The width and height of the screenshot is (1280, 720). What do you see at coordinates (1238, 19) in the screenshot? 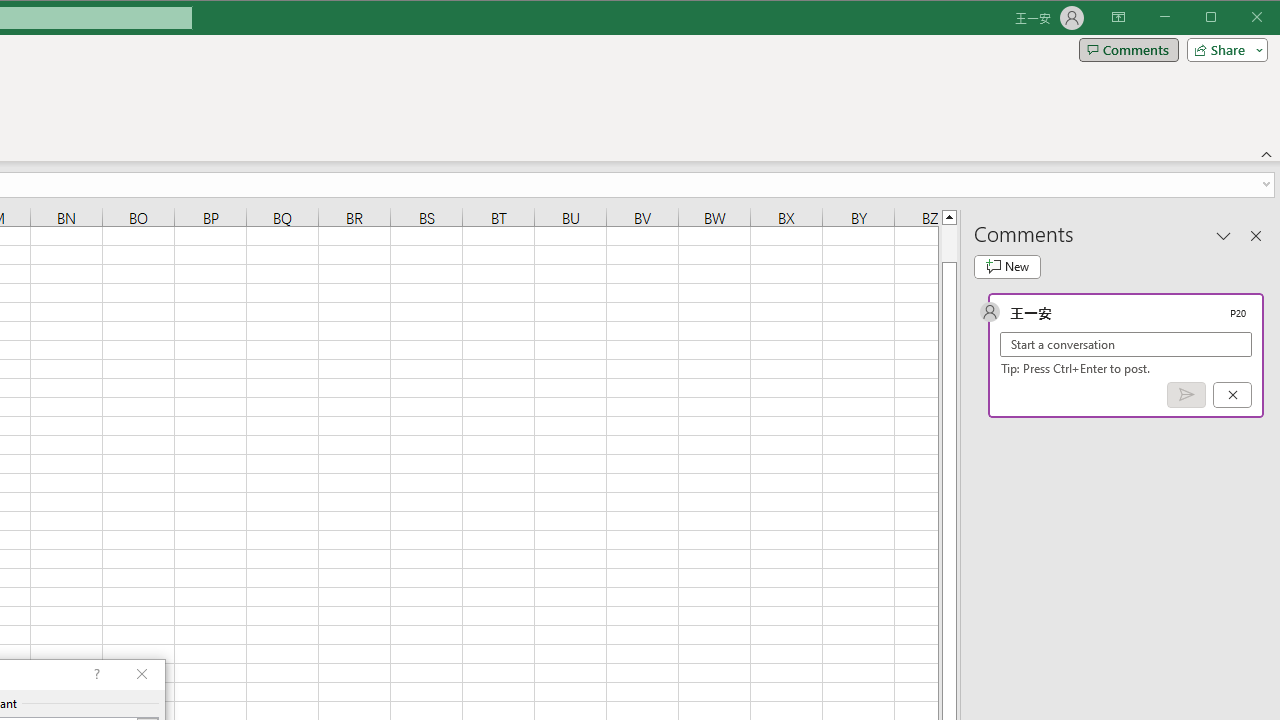
I see `'Maximize'` at bounding box center [1238, 19].